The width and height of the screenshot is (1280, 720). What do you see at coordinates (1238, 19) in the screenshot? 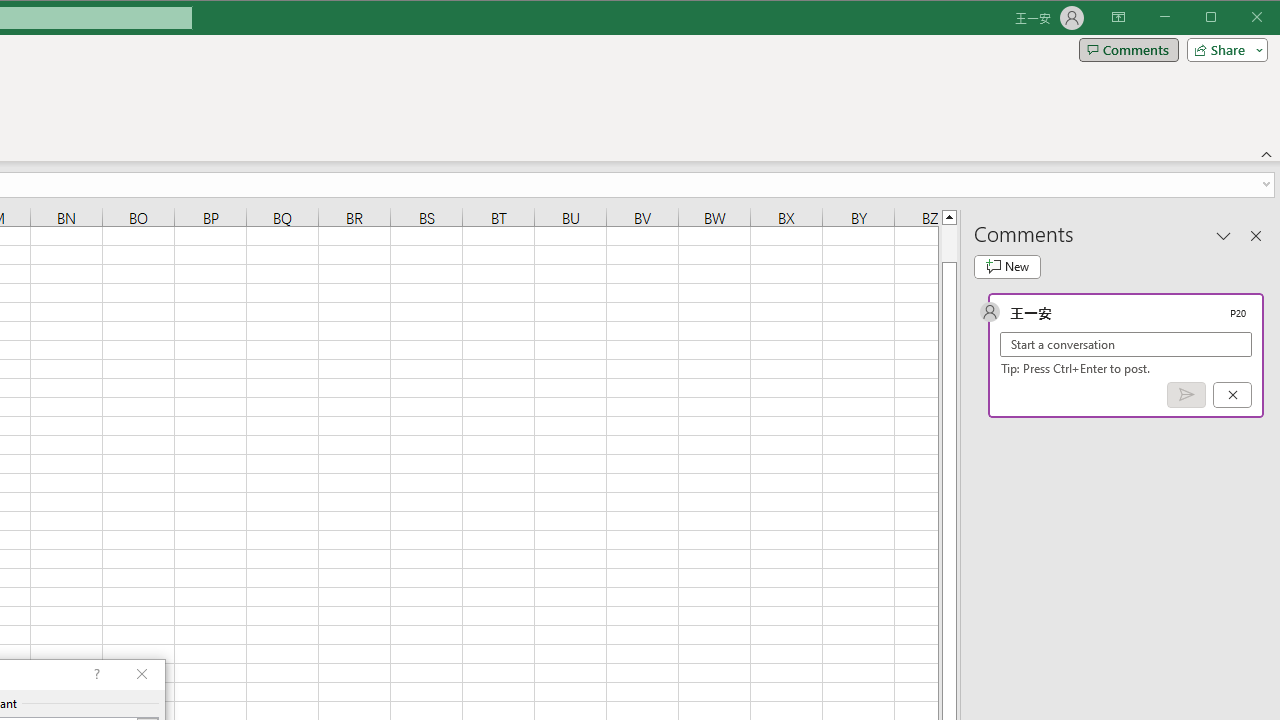
I see `'Maximize'` at bounding box center [1238, 19].